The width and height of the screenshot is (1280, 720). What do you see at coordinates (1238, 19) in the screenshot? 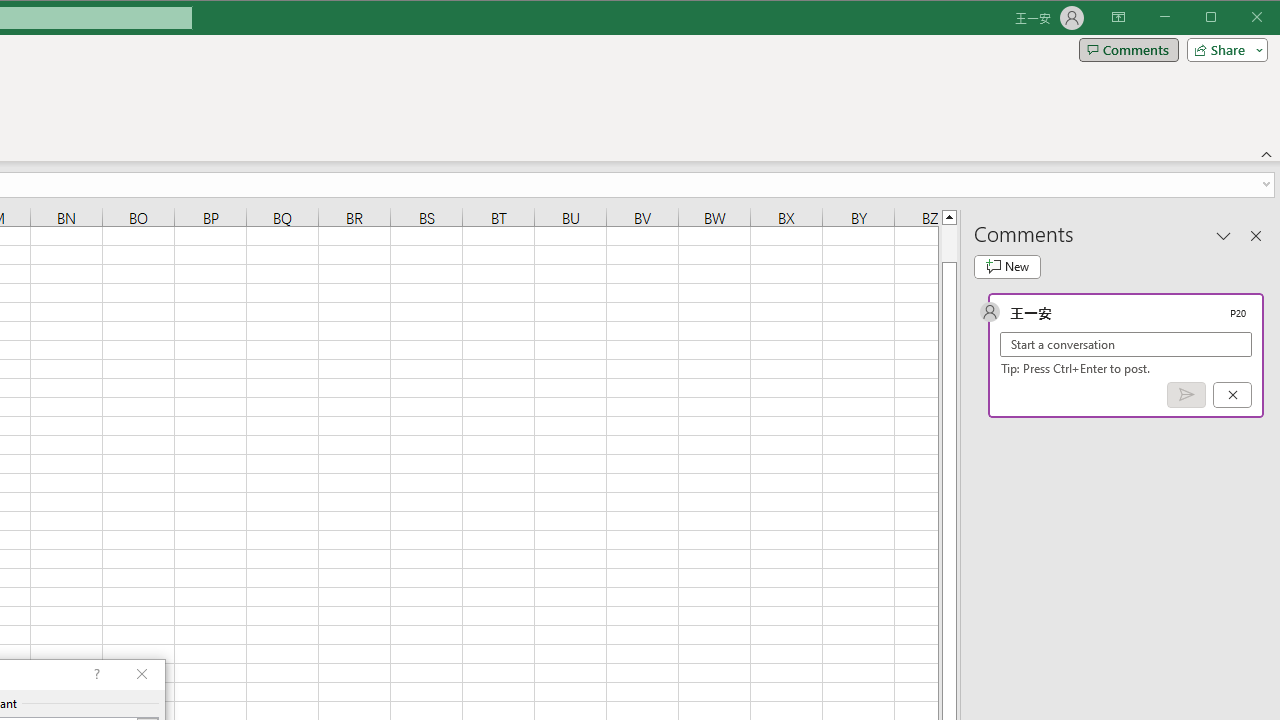
I see `'Maximize'` at bounding box center [1238, 19].